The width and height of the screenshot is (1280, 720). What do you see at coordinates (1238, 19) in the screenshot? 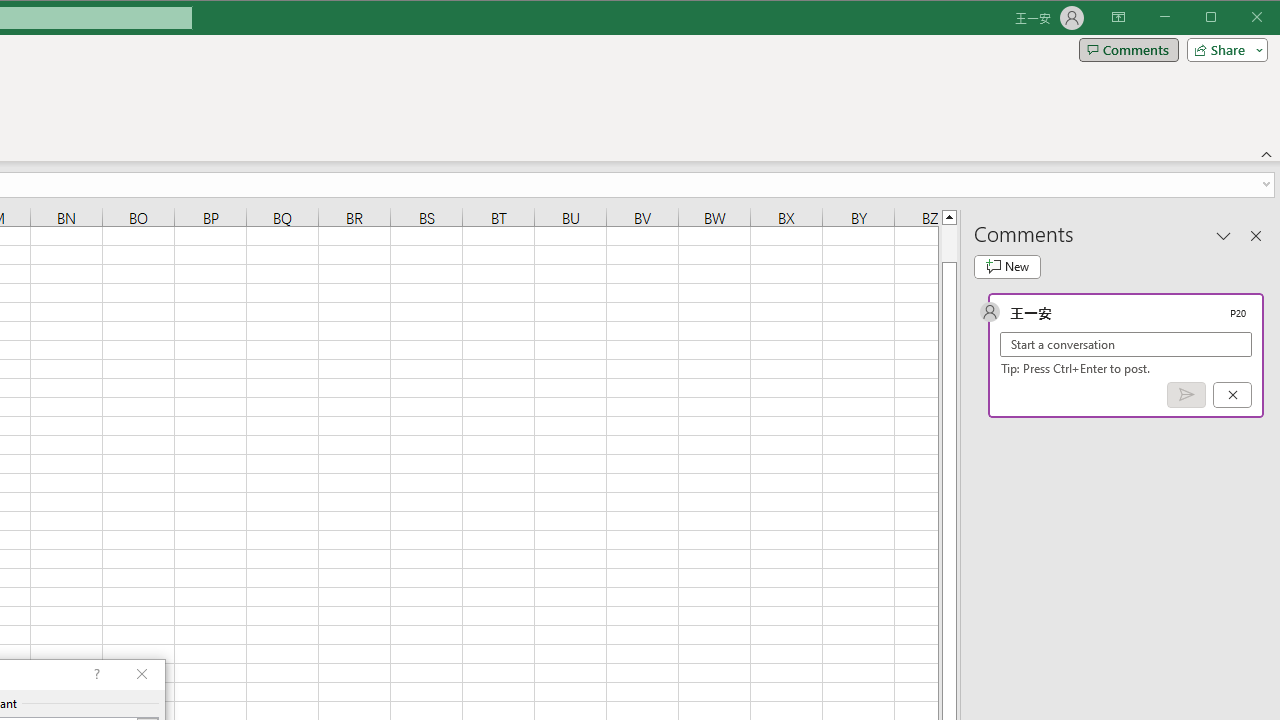
I see `'Maximize'` at bounding box center [1238, 19].